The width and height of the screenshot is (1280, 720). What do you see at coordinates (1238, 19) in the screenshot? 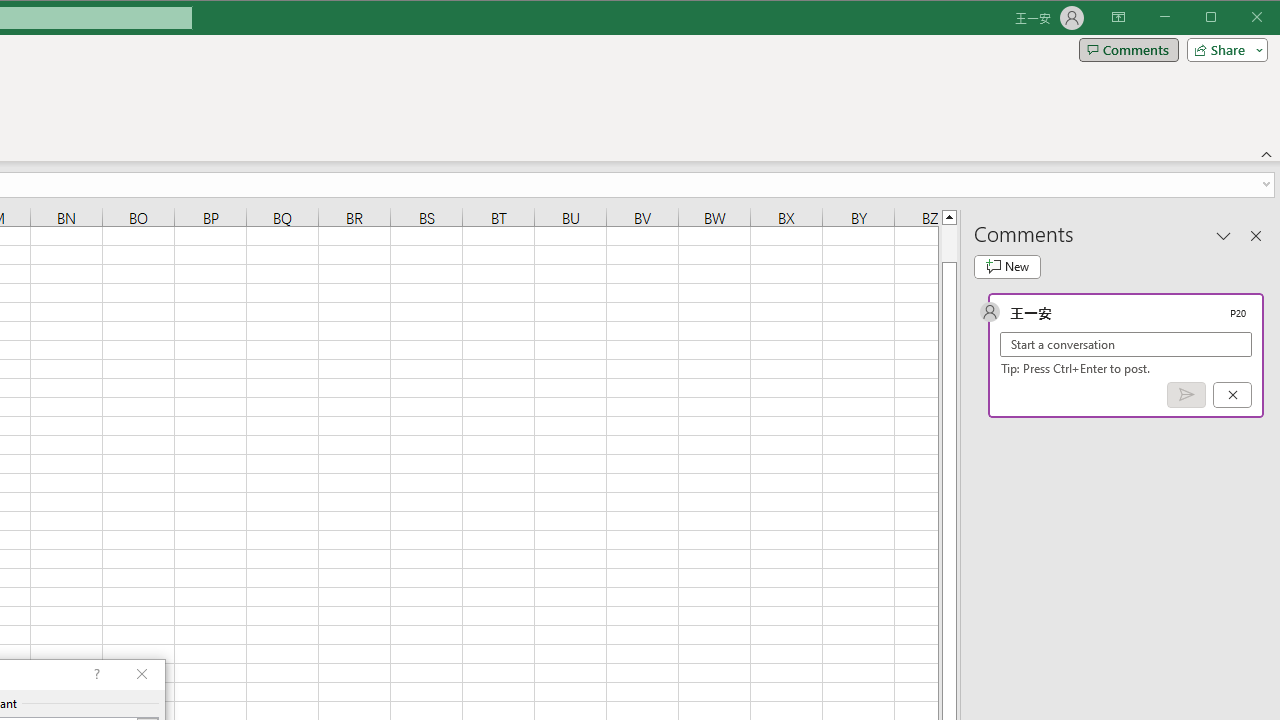
I see `'Maximize'` at bounding box center [1238, 19].